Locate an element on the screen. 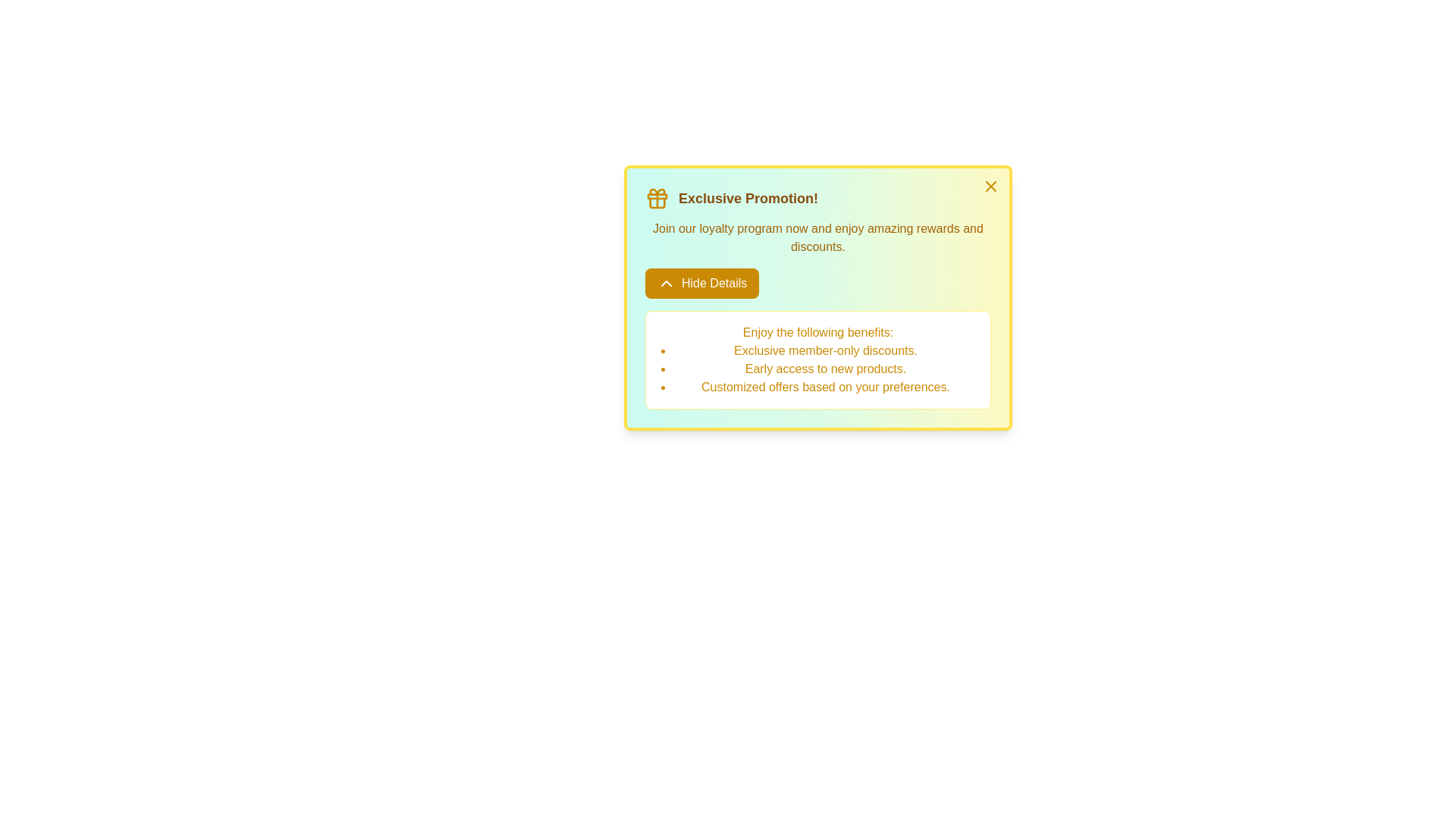  the close button to dismiss the alert is located at coordinates (990, 186).